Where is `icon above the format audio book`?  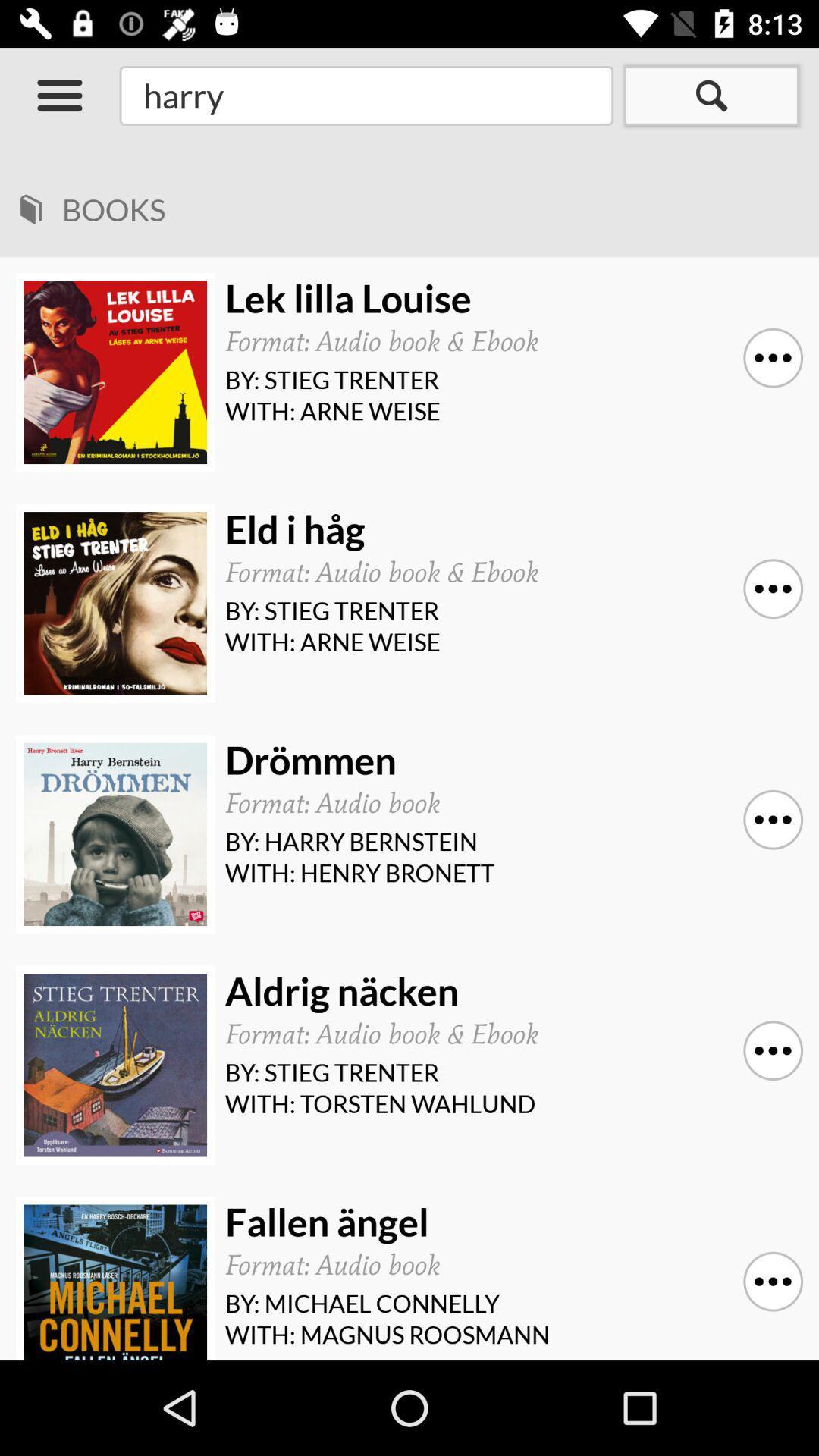 icon above the format audio book is located at coordinates (509, 298).